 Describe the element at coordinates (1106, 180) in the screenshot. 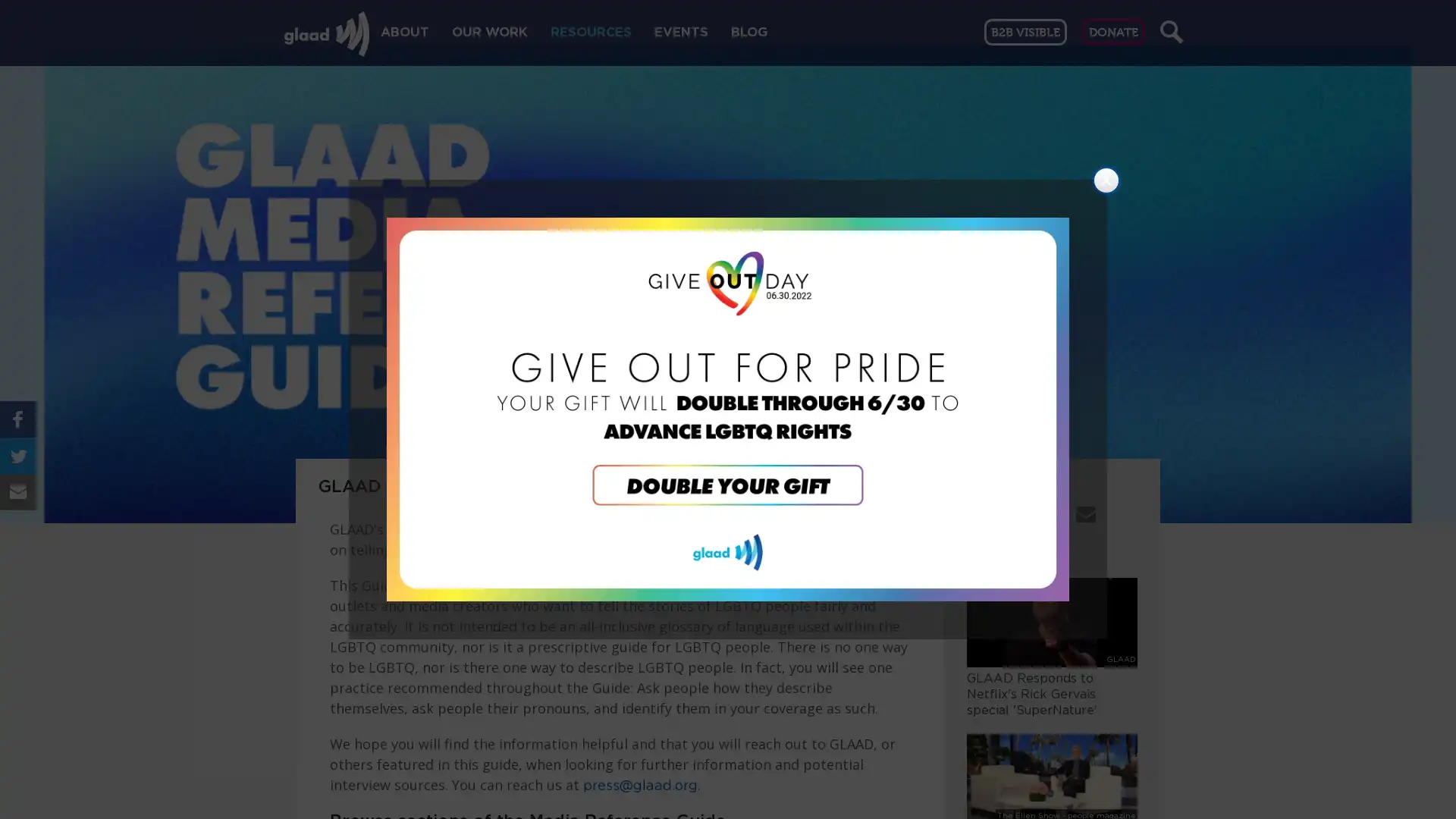

I see `Close` at that location.